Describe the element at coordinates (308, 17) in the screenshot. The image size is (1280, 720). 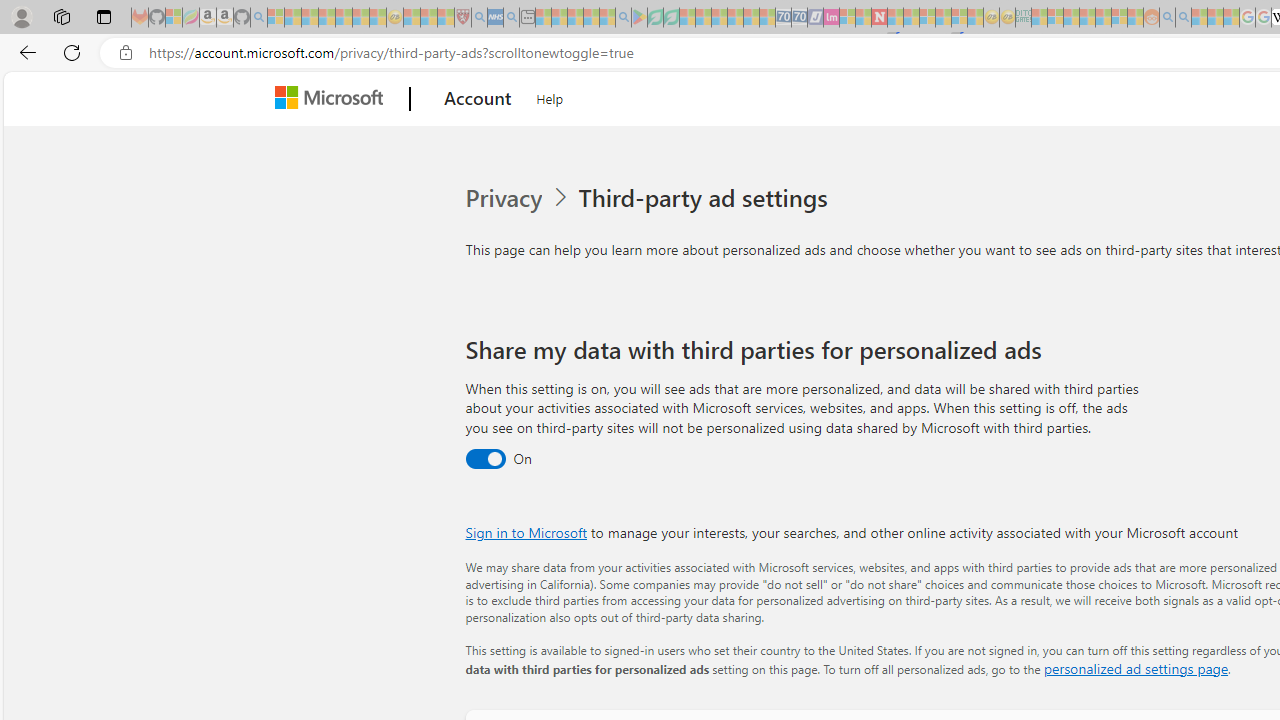
I see `'The Weather Channel - MSN - Sleeping'` at that location.